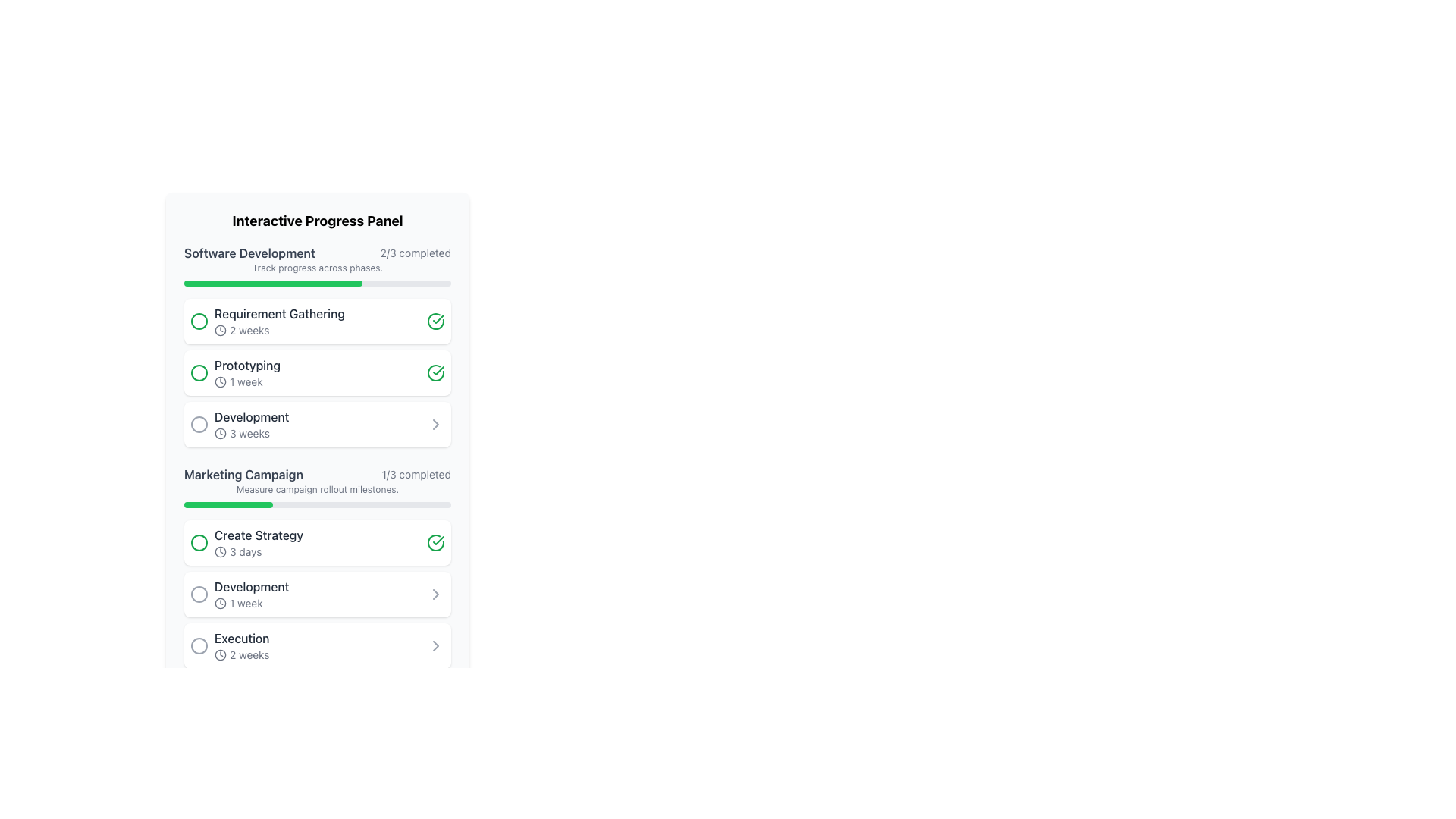 This screenshot has width=1456, height=819. Describe the element at coordinates (252, 433) in the screenshot. I see `the informational label displaying '3 weeks' with a clock icon, located within the 'Development' row of the 'Software Development' section` at that location.